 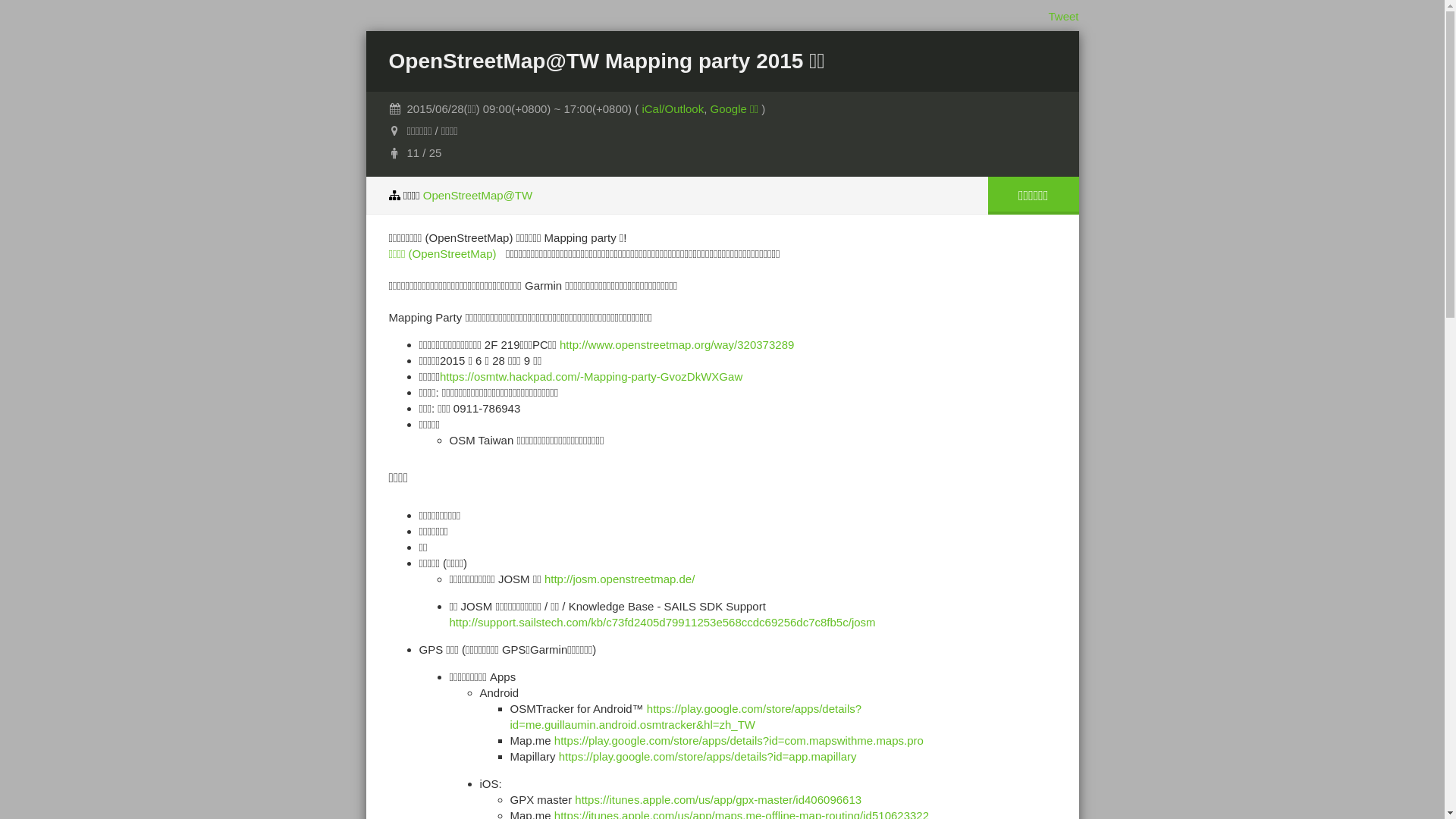 What do you see at coordinates (707, 756) in the screenshot?
I see `'https://play.google.com/store/apps/details?id=app.mapillary'` at bounding box center [707, 756].